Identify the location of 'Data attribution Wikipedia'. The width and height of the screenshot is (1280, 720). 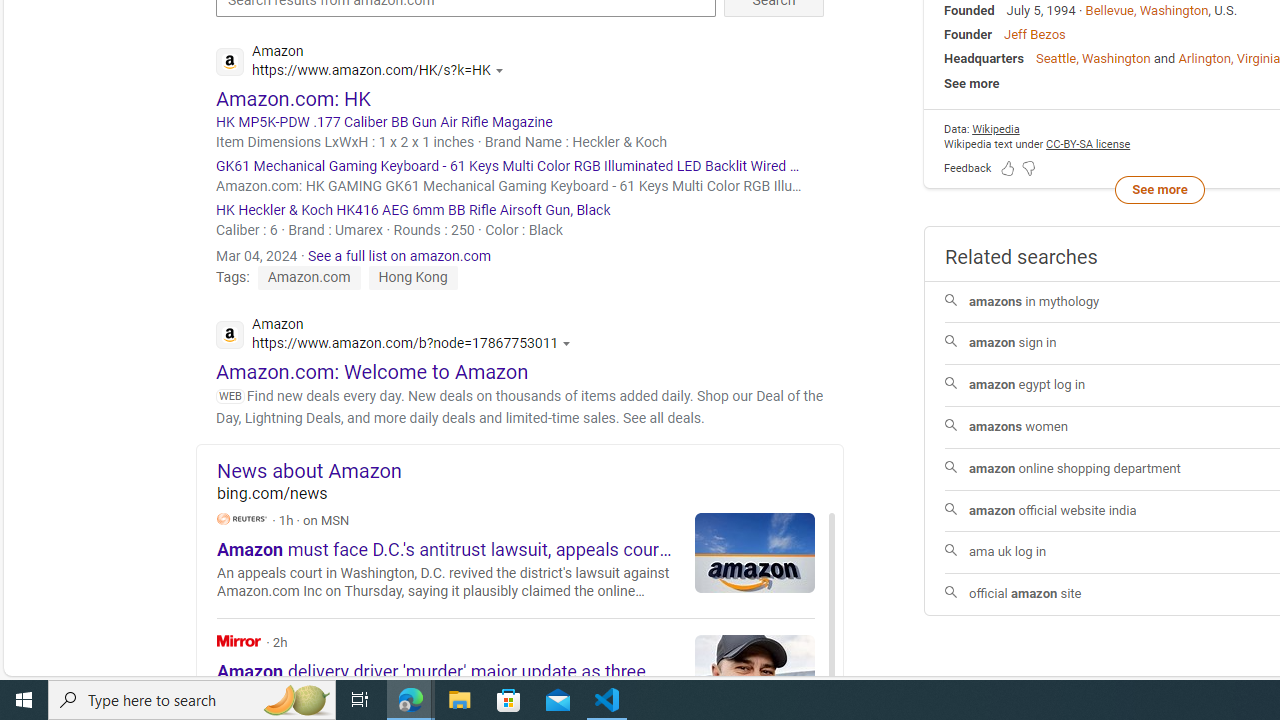
(995, 129).